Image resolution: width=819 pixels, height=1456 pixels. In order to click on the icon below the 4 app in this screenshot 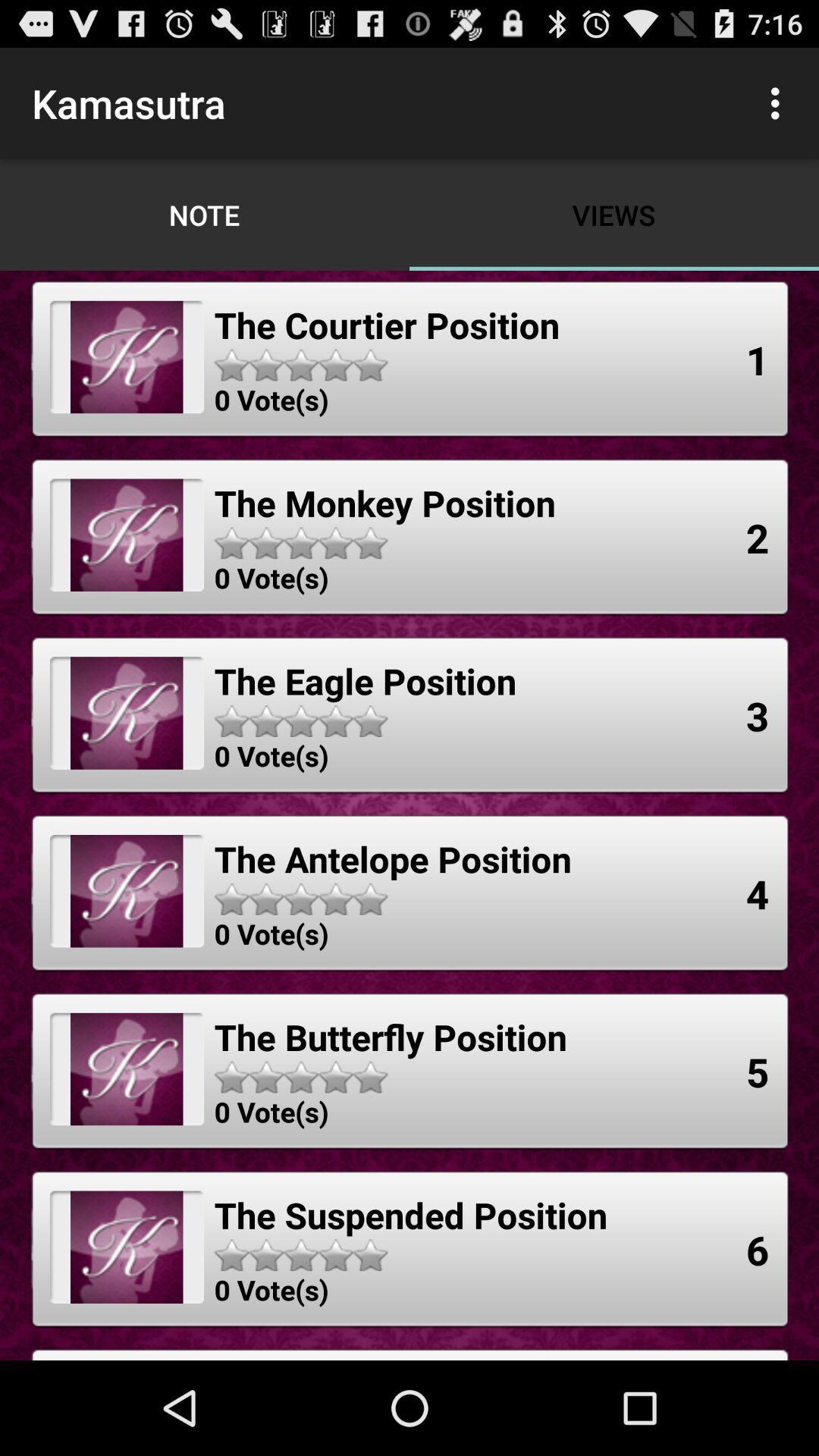, I will do `click(758, 1071)`.